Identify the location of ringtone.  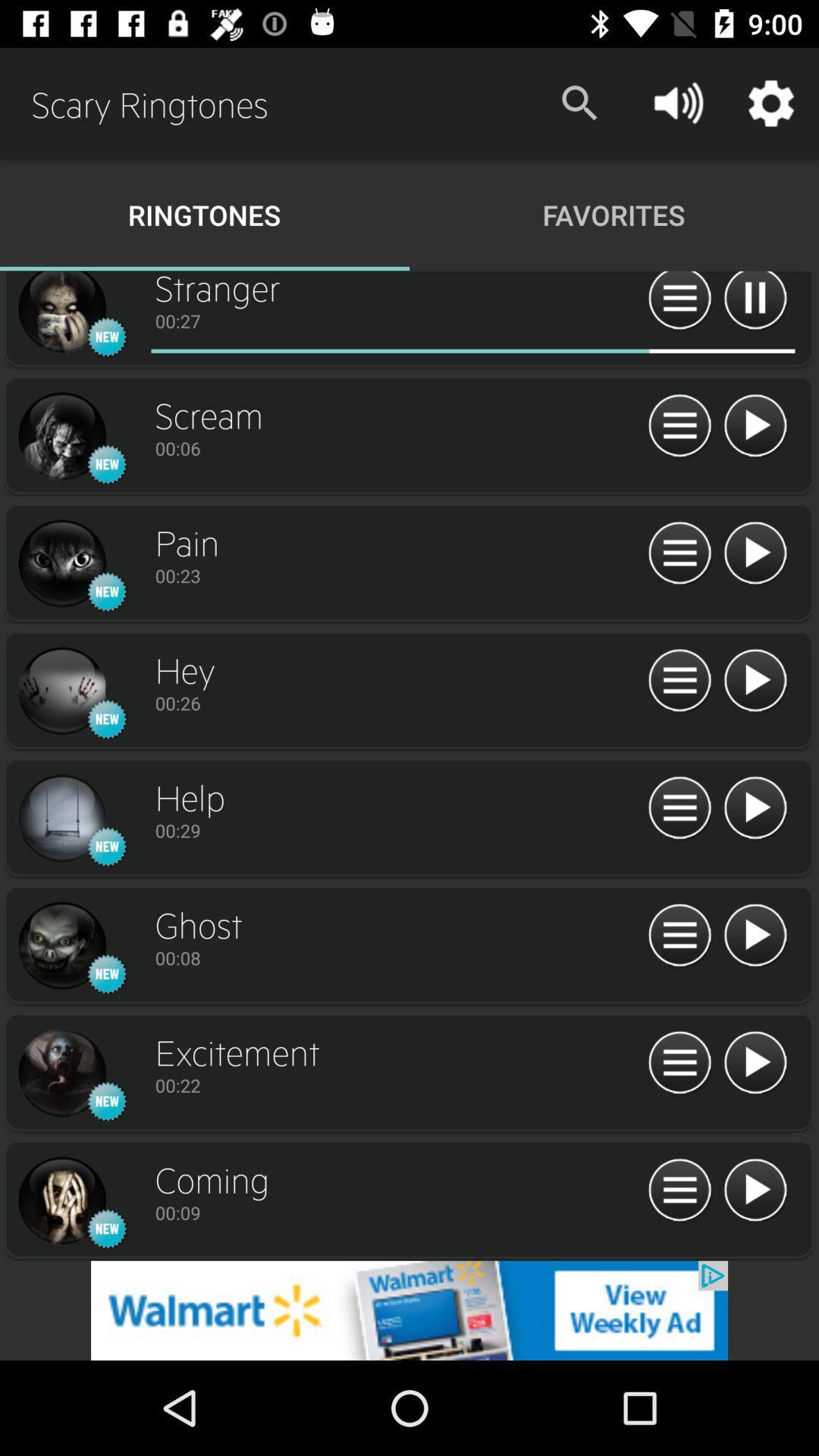
(755, 553).